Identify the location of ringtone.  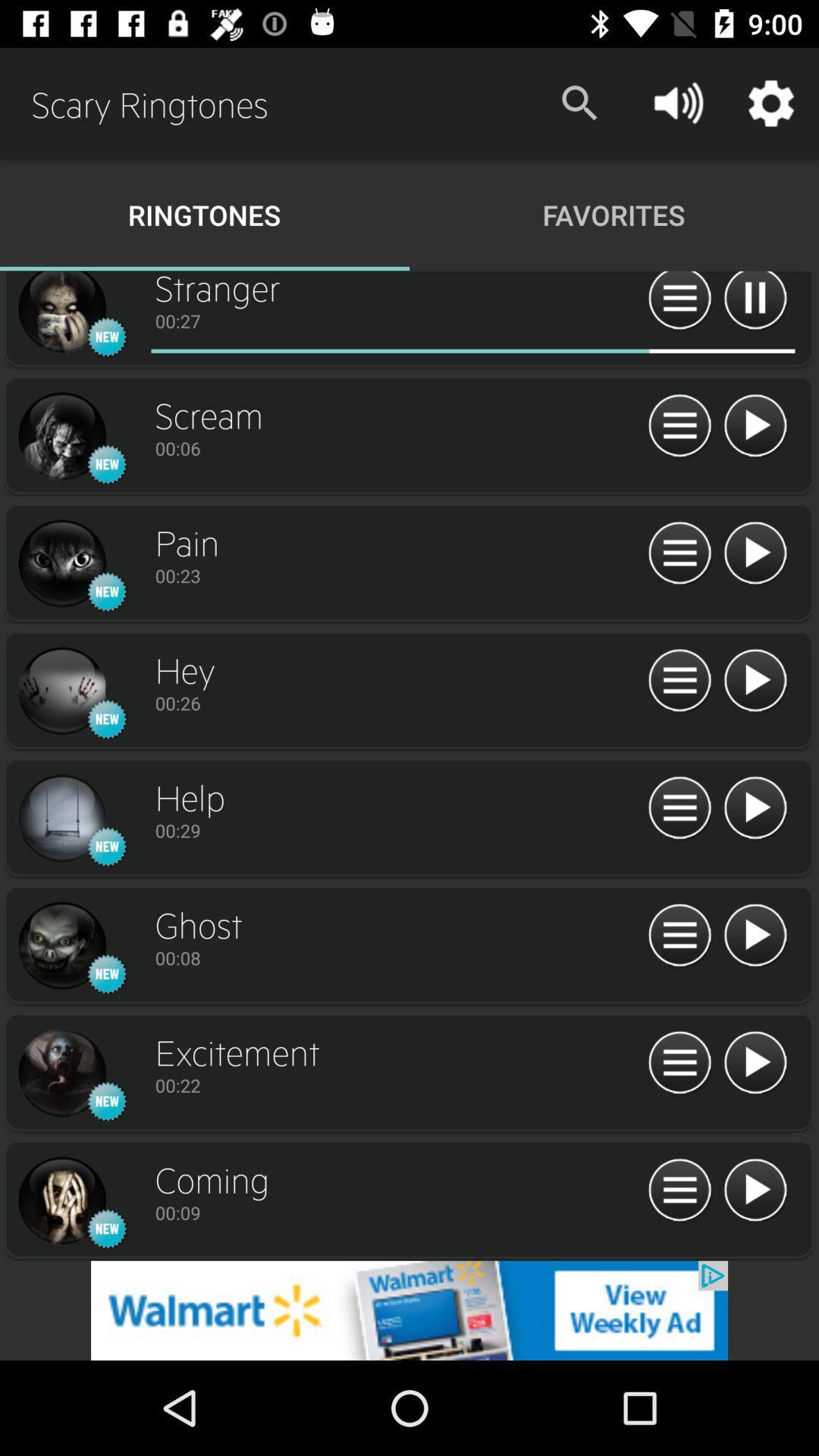
(755, 553).